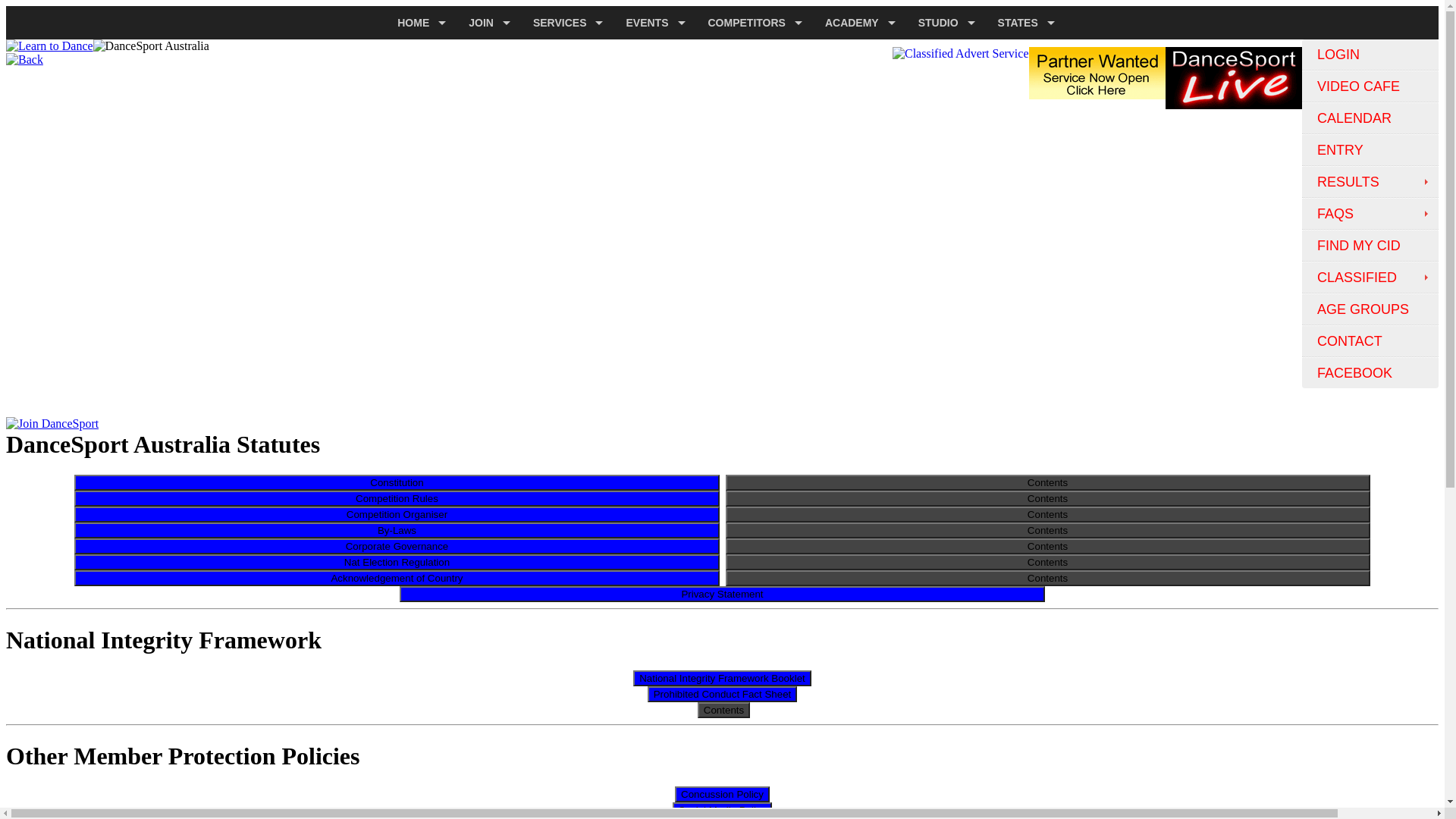 The width and height of the screenshot is (1456, 819). I want to click on 'Competition Organiser', so click(397, 513).